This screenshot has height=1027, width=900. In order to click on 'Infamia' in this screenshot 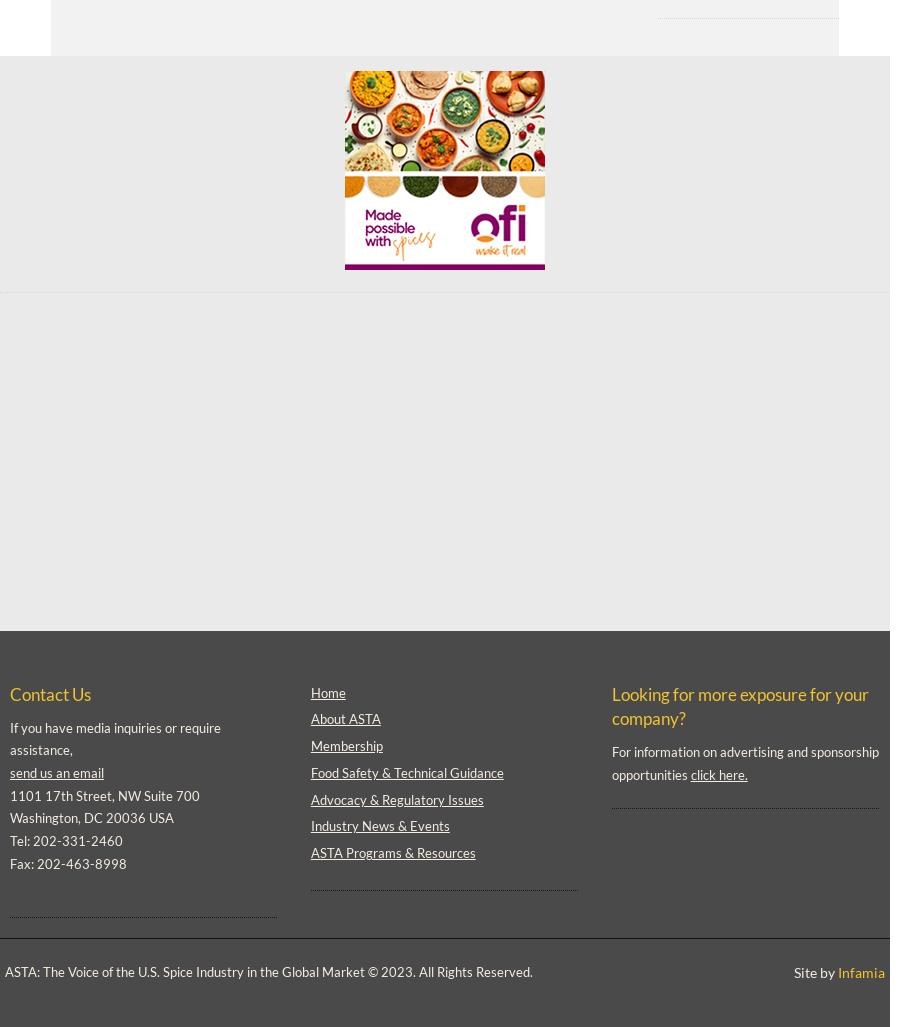, I will do `click(861, 970)`.